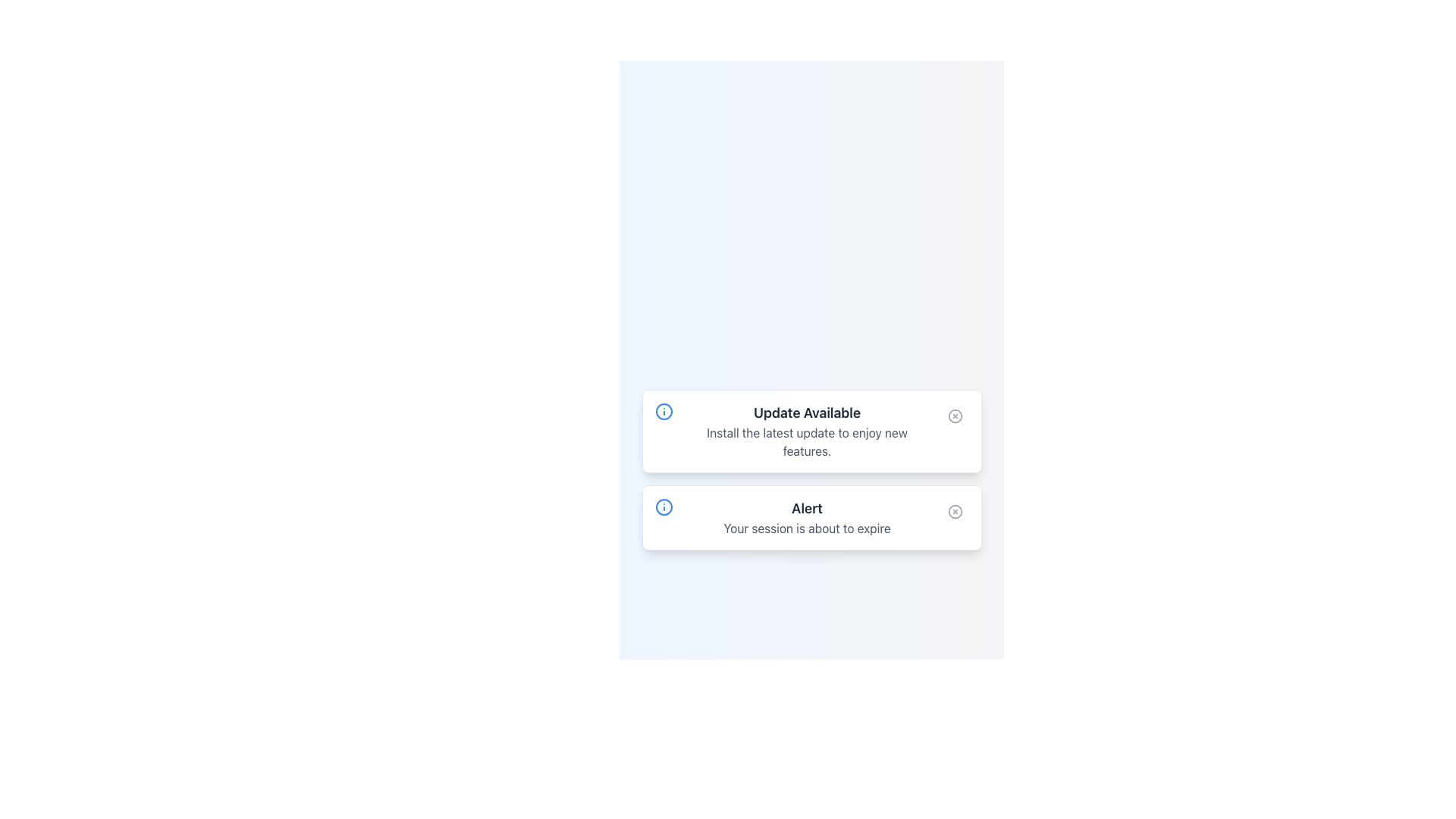  Describe the element at coordinates (806, 431) in the screenshot. I see `notification displayed in the informational Textblock located near the top-center of the bordered card, which describes an available update and its advantages` at that location.